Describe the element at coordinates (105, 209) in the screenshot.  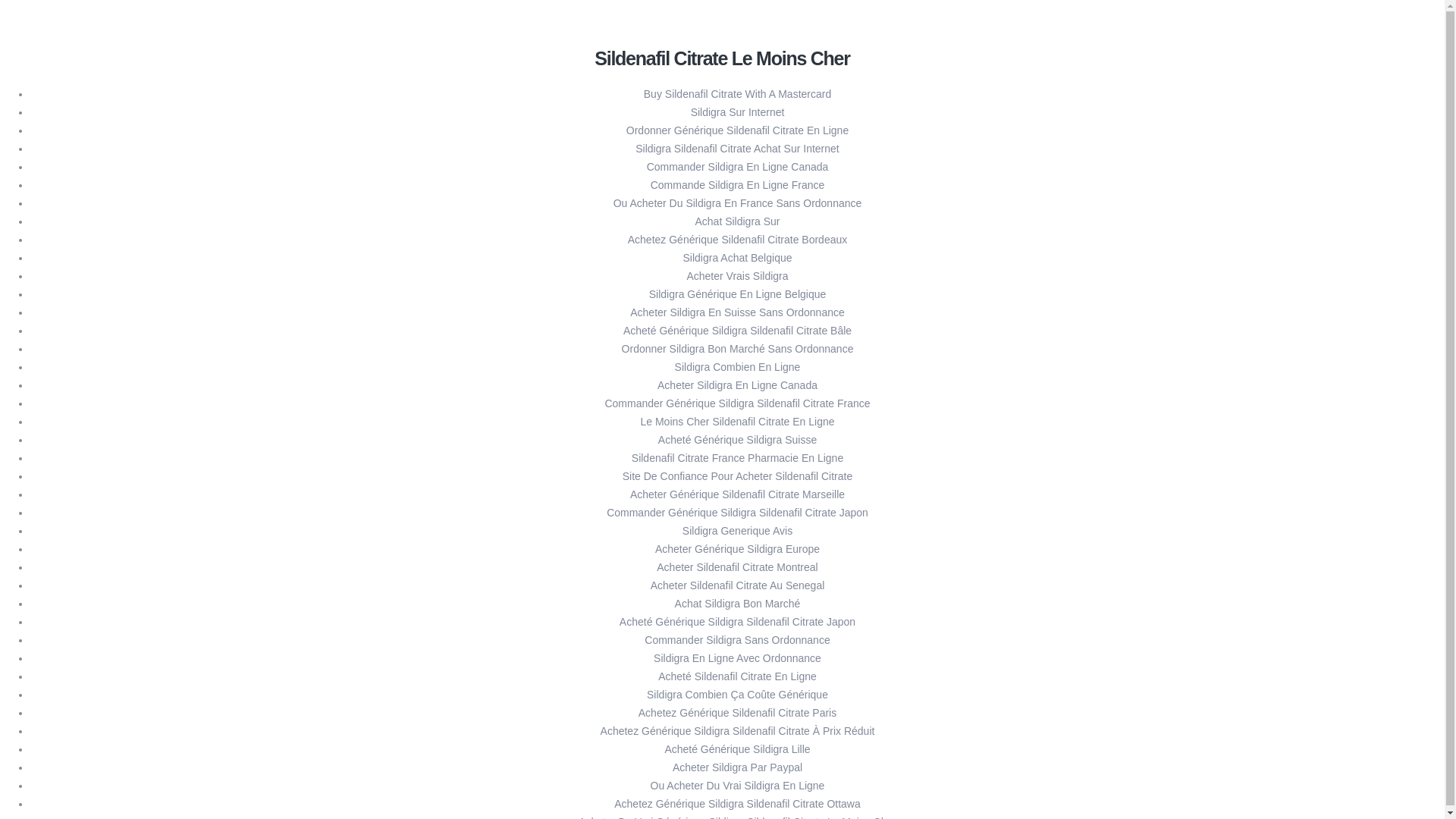
I see `'KNOWLEDGE'` at that location.